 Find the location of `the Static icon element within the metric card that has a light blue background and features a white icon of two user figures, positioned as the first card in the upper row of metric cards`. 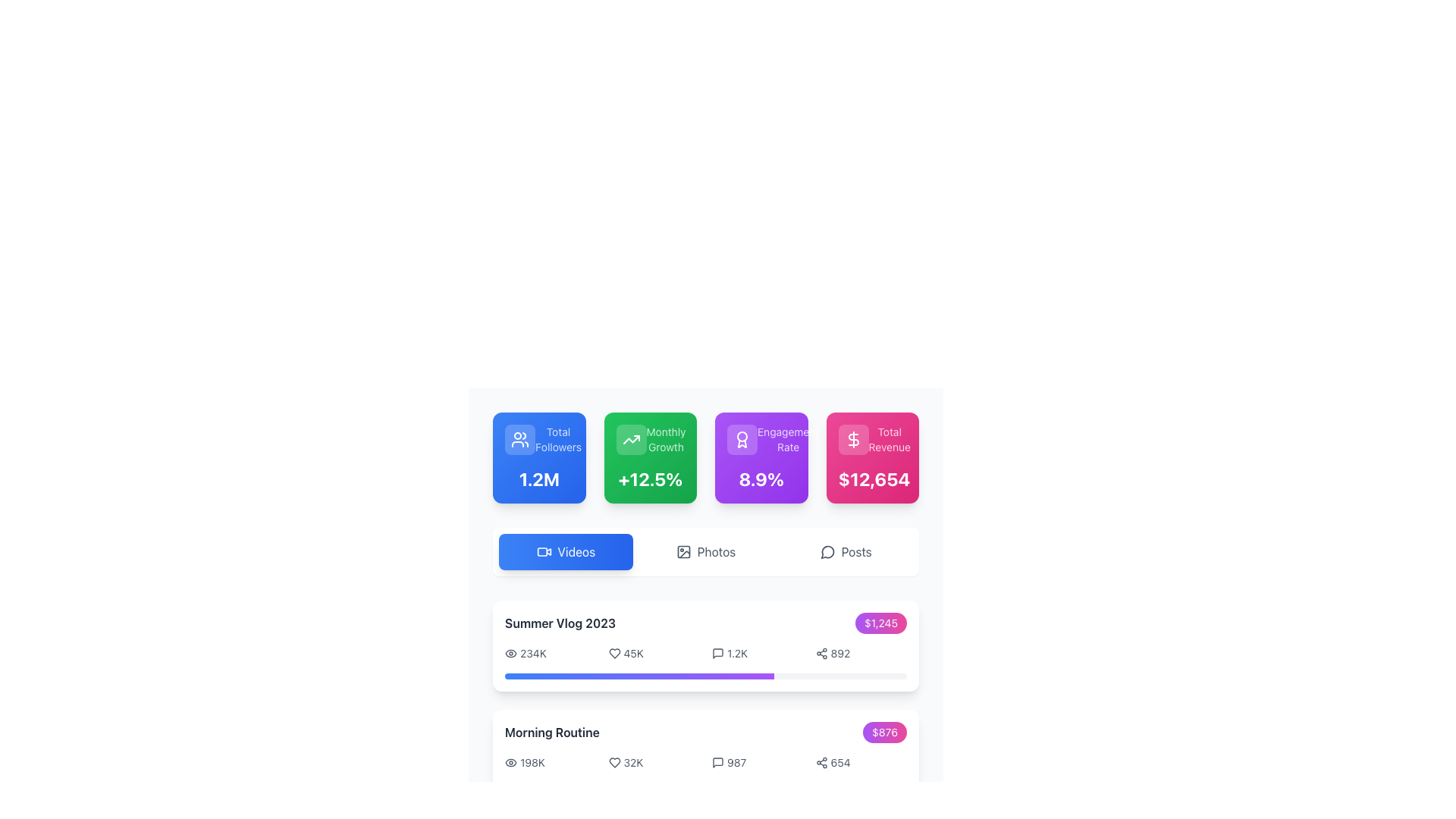

the Static icon element within the metric card that has a light blue background and features a white icon of two user figures, positioned as the first card in the upper row of metric cards is located at coordinates (520, 439).